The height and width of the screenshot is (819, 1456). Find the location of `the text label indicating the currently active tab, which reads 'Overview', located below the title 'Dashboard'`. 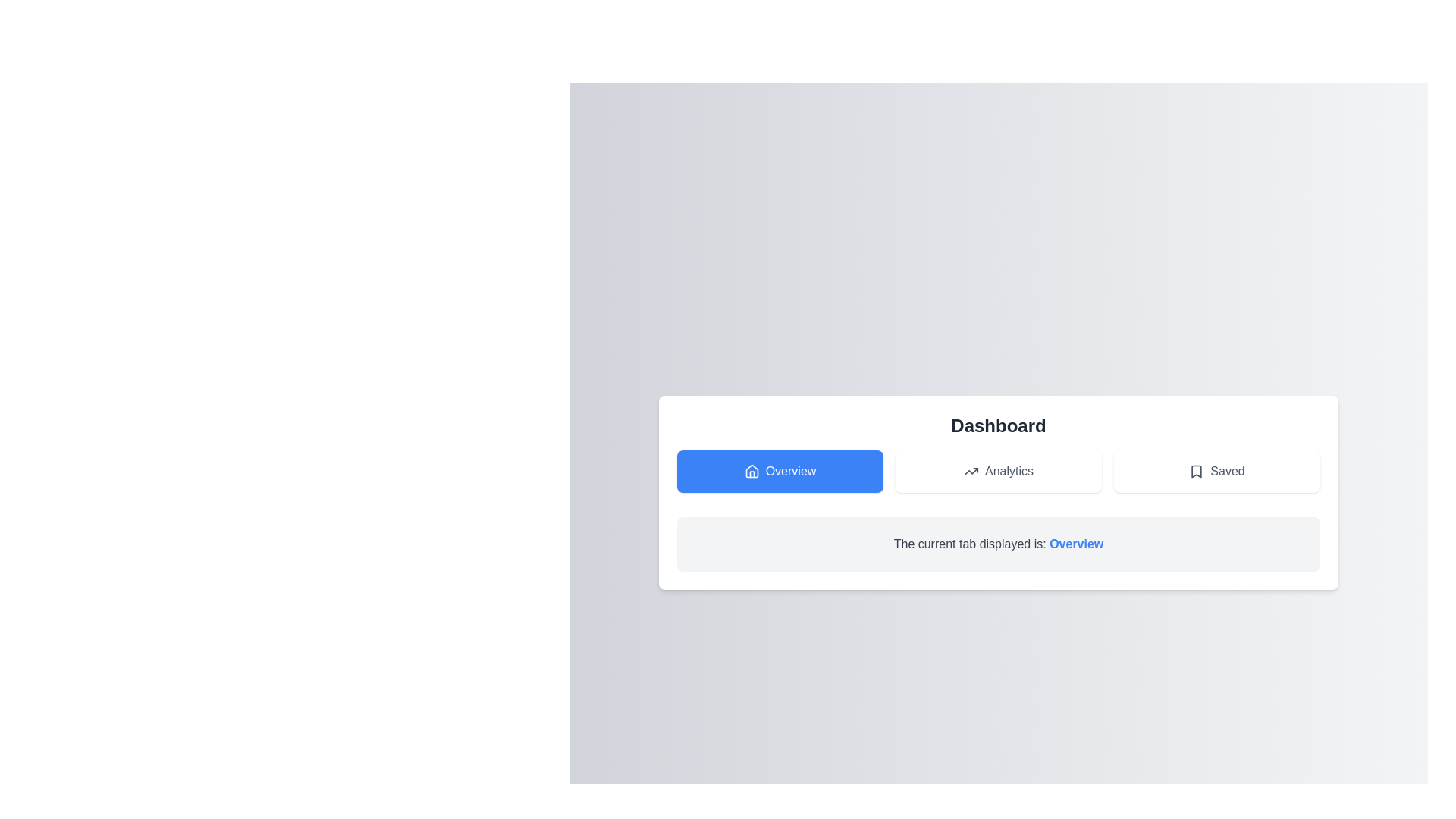

the text label indicating the currently active tab, which reads 'Overview', located below the title 'Dashboard' is located at coordinates (1075, 543).